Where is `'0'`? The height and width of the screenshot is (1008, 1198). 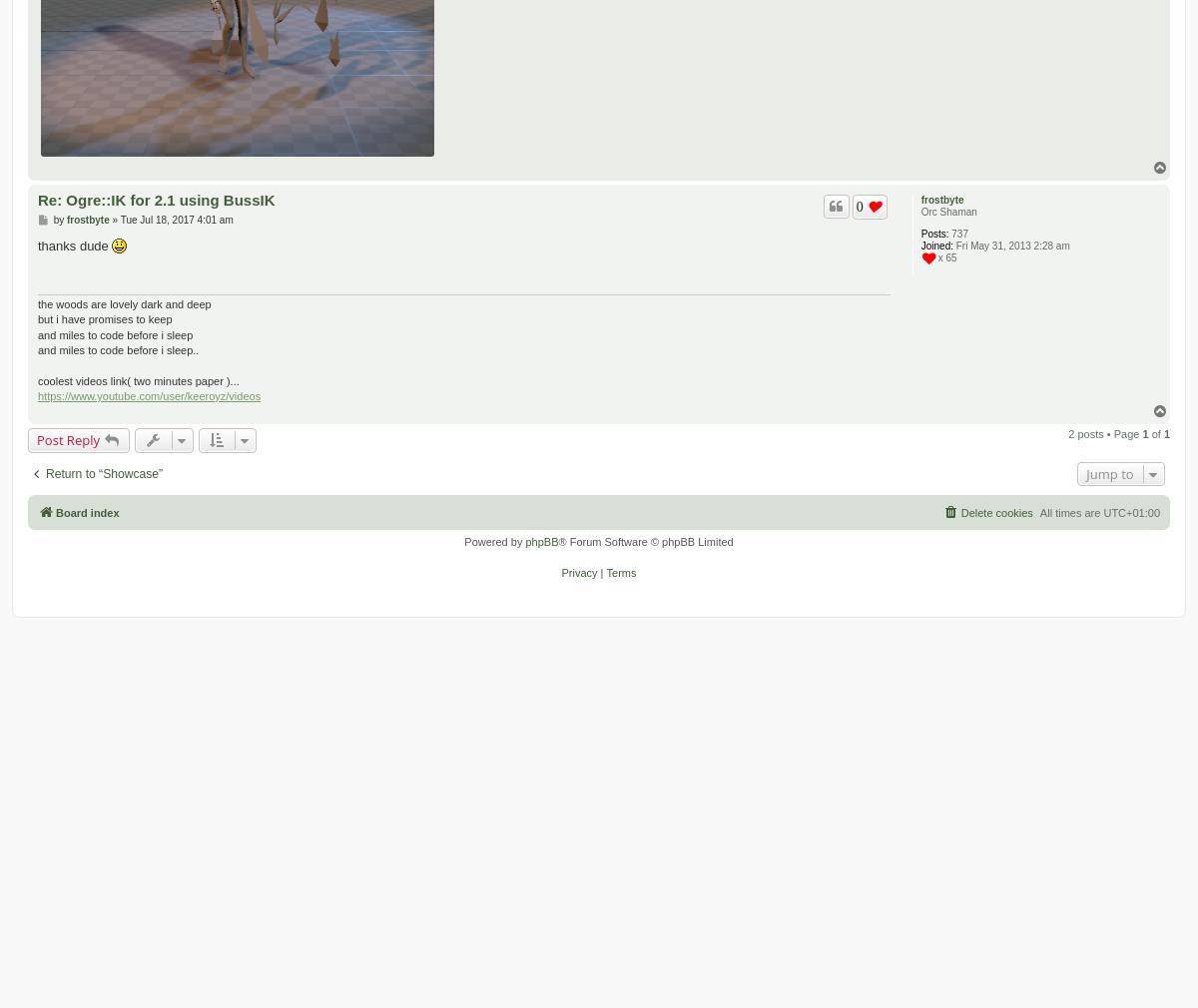 '0' is located at coordinates (858, 205).